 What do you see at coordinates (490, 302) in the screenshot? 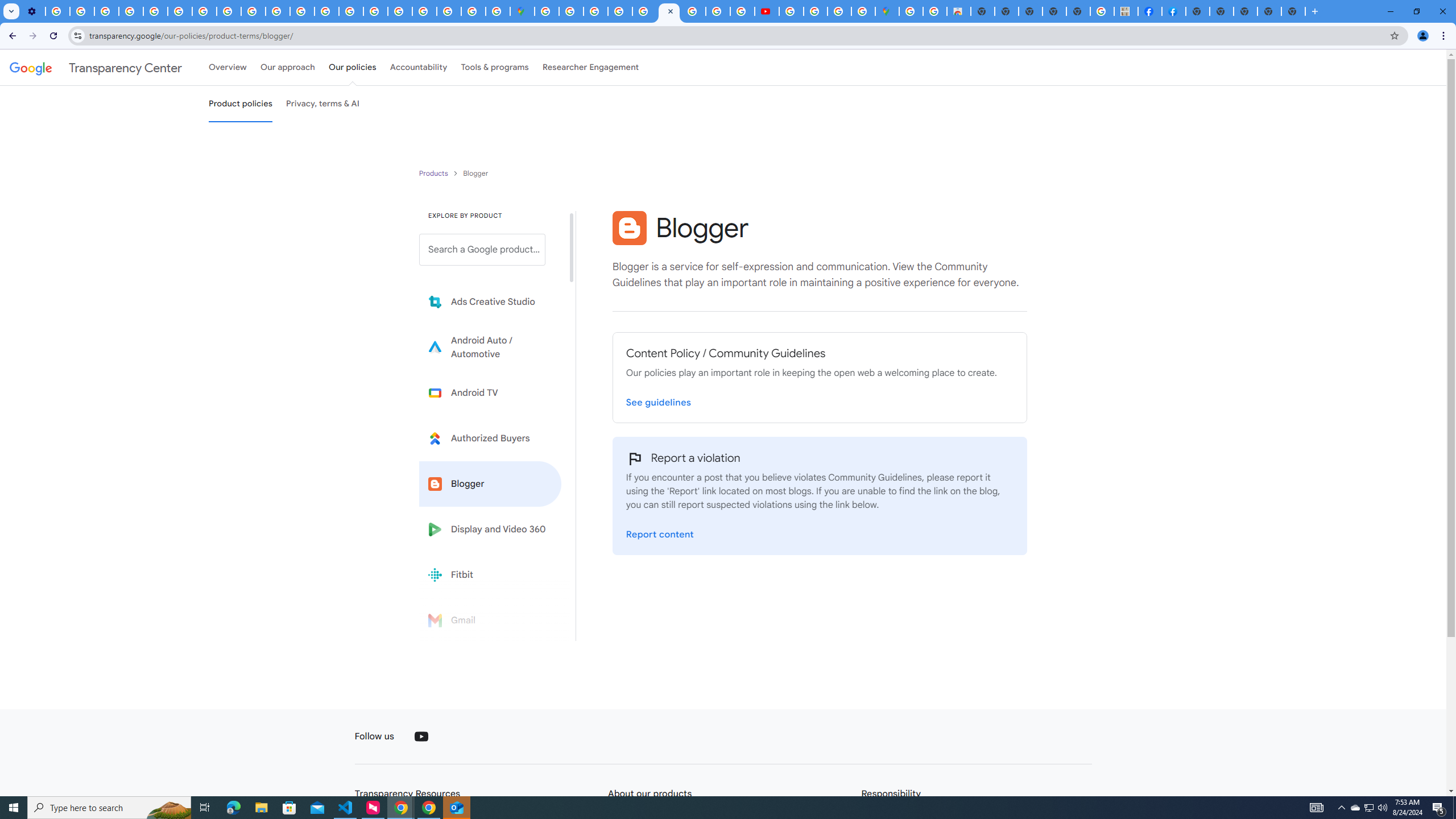
I see `'Learn more about Ads Creative Studio'` at bounding box center [490, 302].